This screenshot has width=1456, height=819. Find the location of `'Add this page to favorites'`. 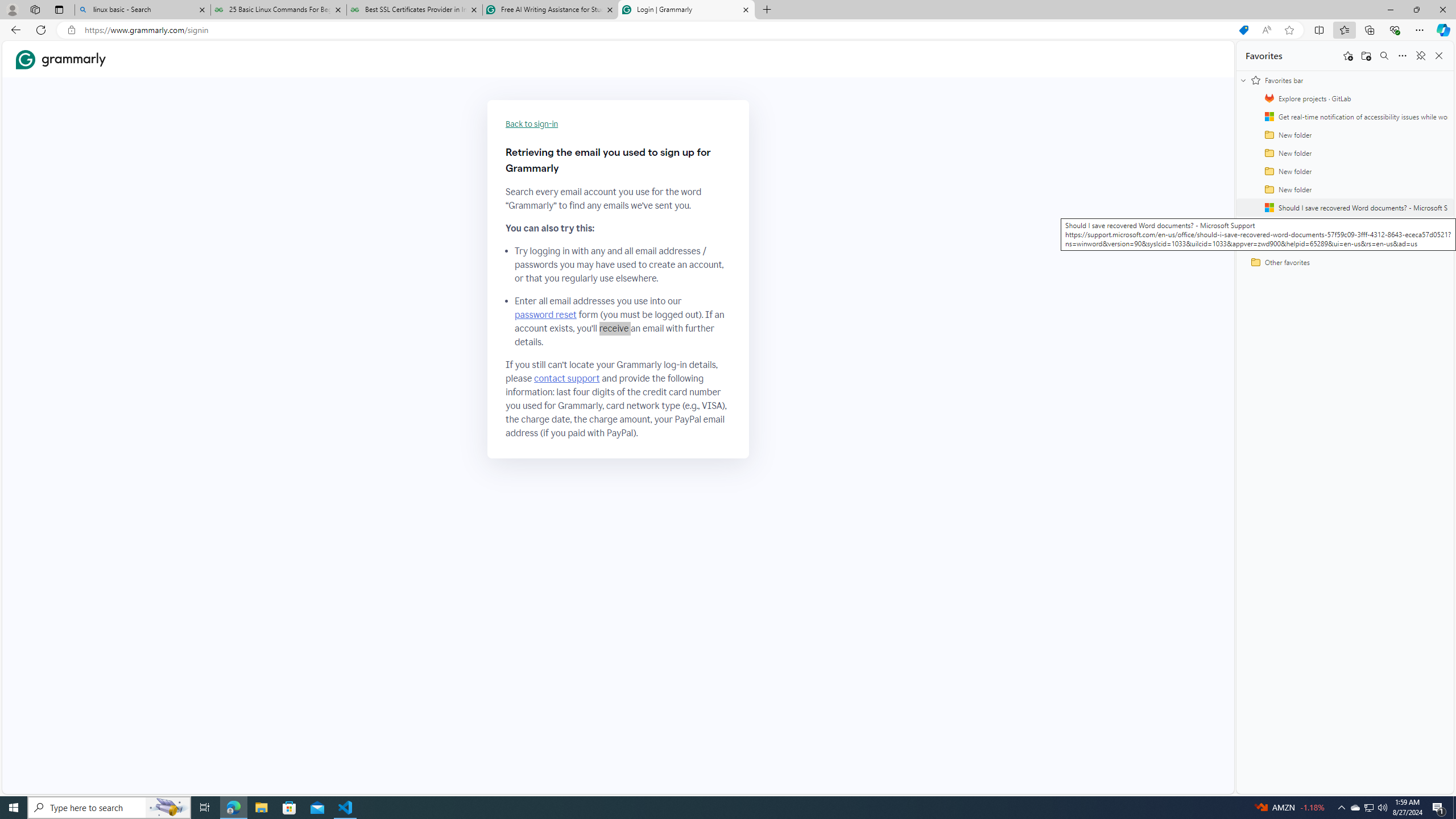

'Add this page to favorites' is located at coordinates (1347, 55).